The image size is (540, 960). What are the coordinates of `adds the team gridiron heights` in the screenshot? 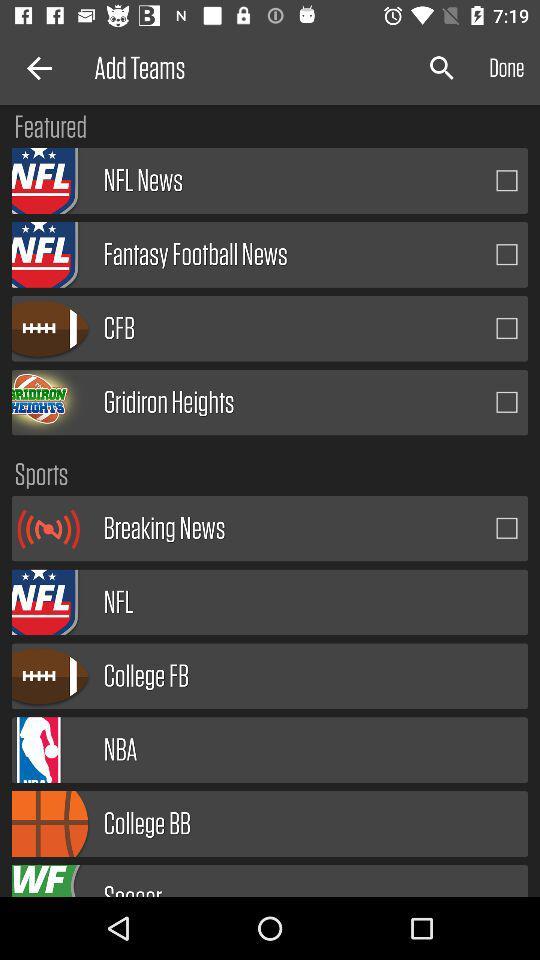 It's located at (507, 401).